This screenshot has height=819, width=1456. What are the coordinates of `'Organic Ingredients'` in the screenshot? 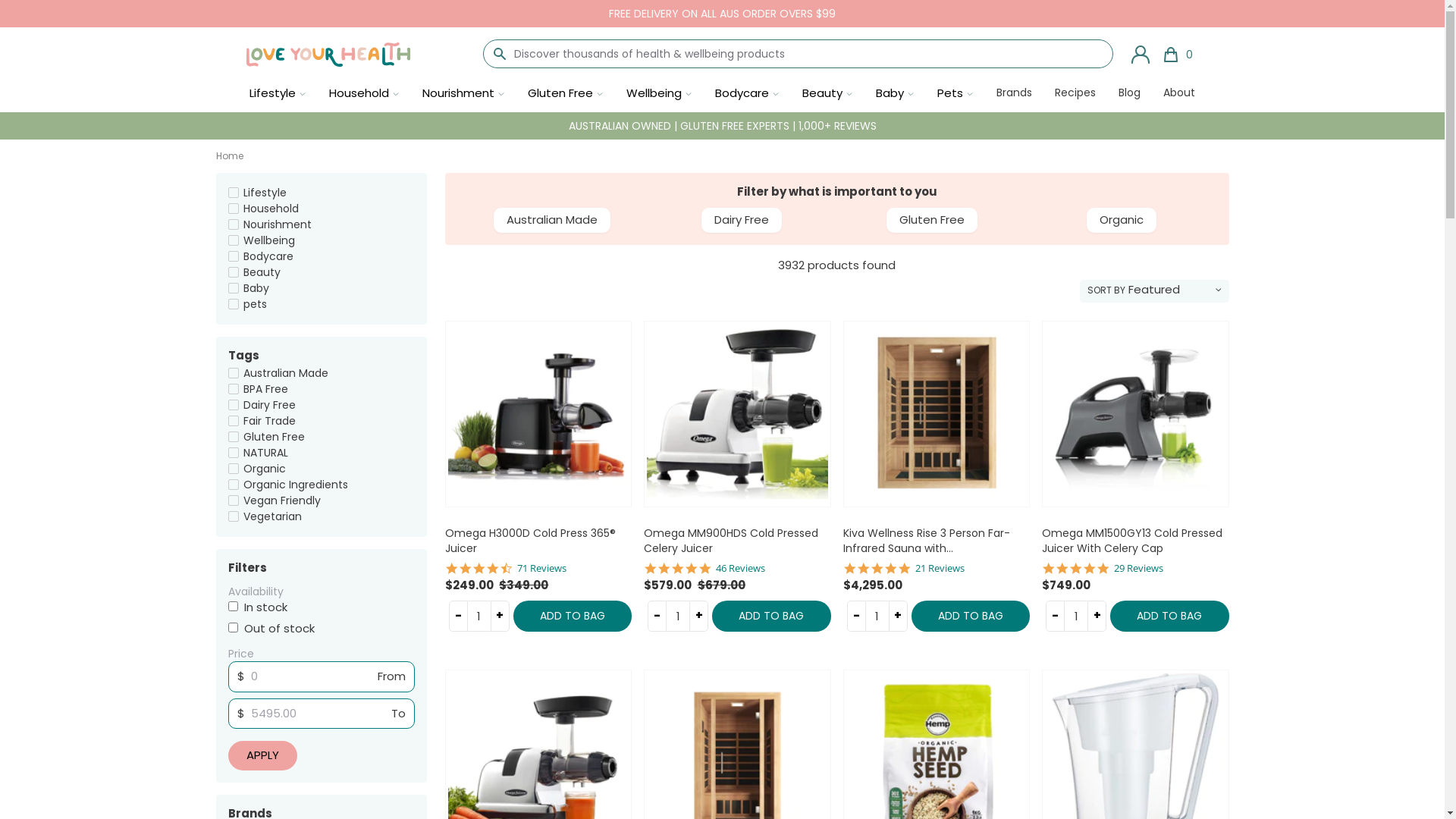 It's located at (243, 485).